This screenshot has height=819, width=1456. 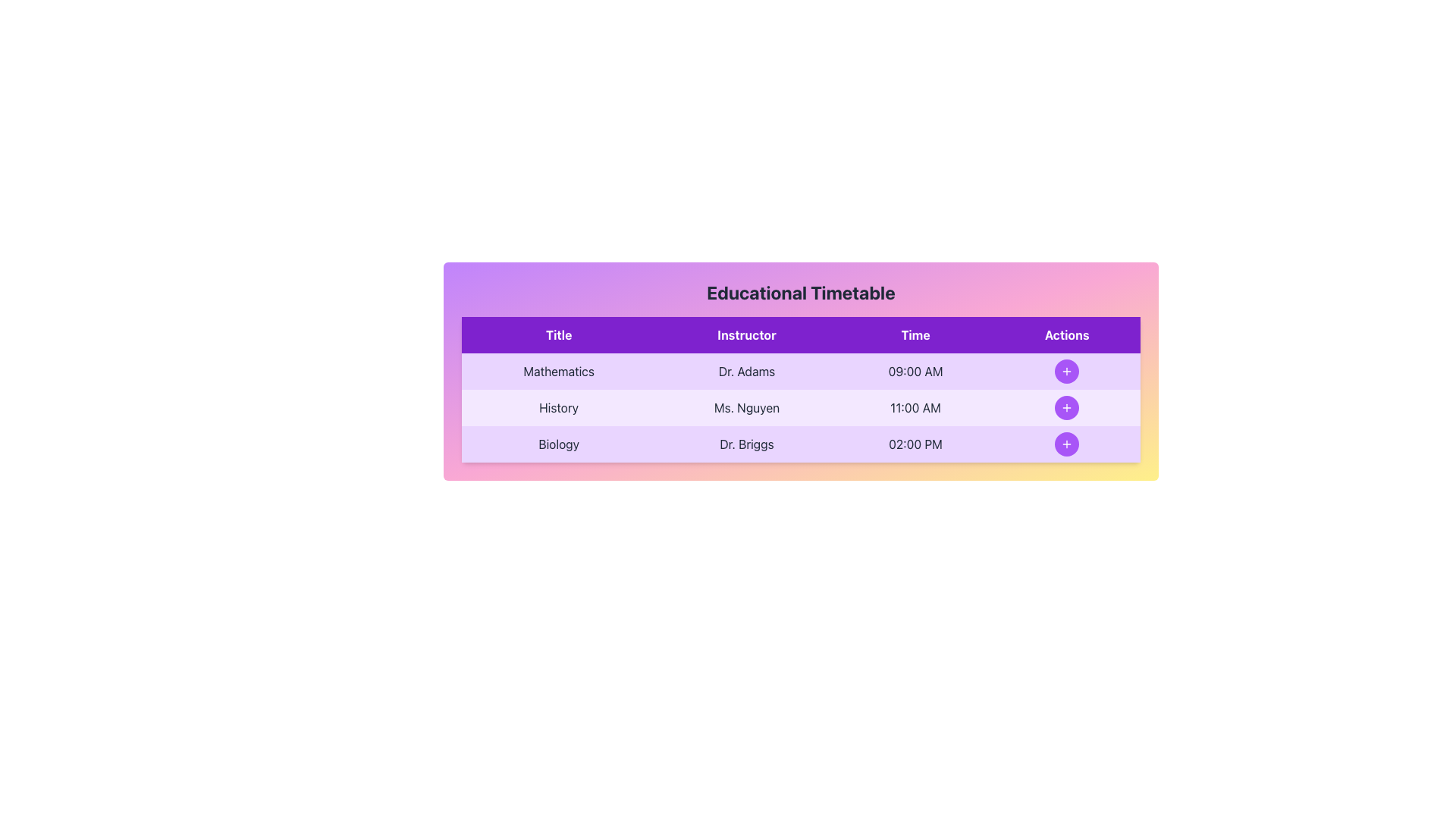 I want to click on the button in the 'Actions' column of the third row associated with the 'Biology' entry in the timetable, so click(x=1066, y=444).